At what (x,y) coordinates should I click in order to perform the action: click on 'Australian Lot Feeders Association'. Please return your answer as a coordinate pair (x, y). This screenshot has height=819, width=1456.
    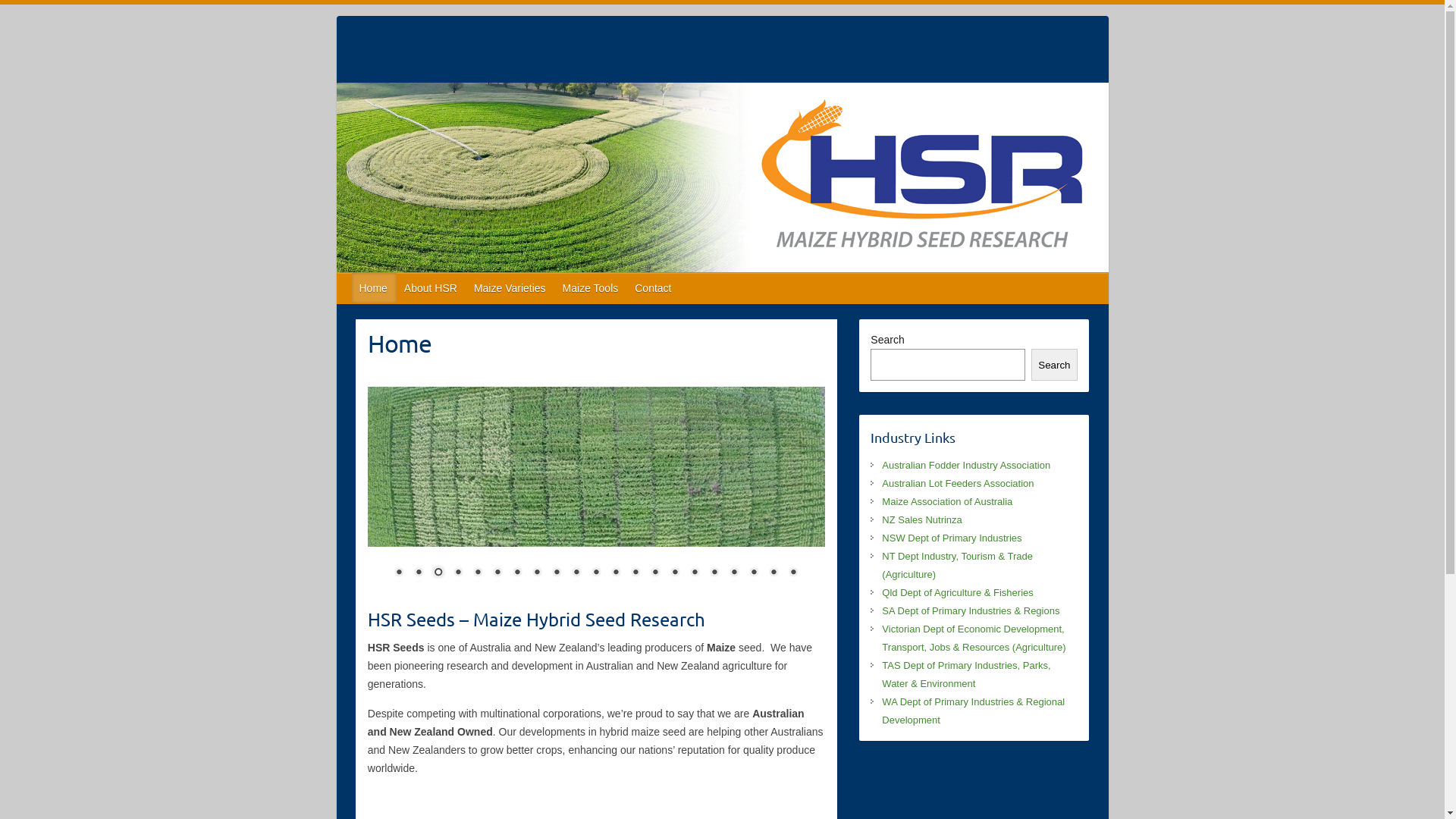
    Looking at the image, I should click on (956, 483).